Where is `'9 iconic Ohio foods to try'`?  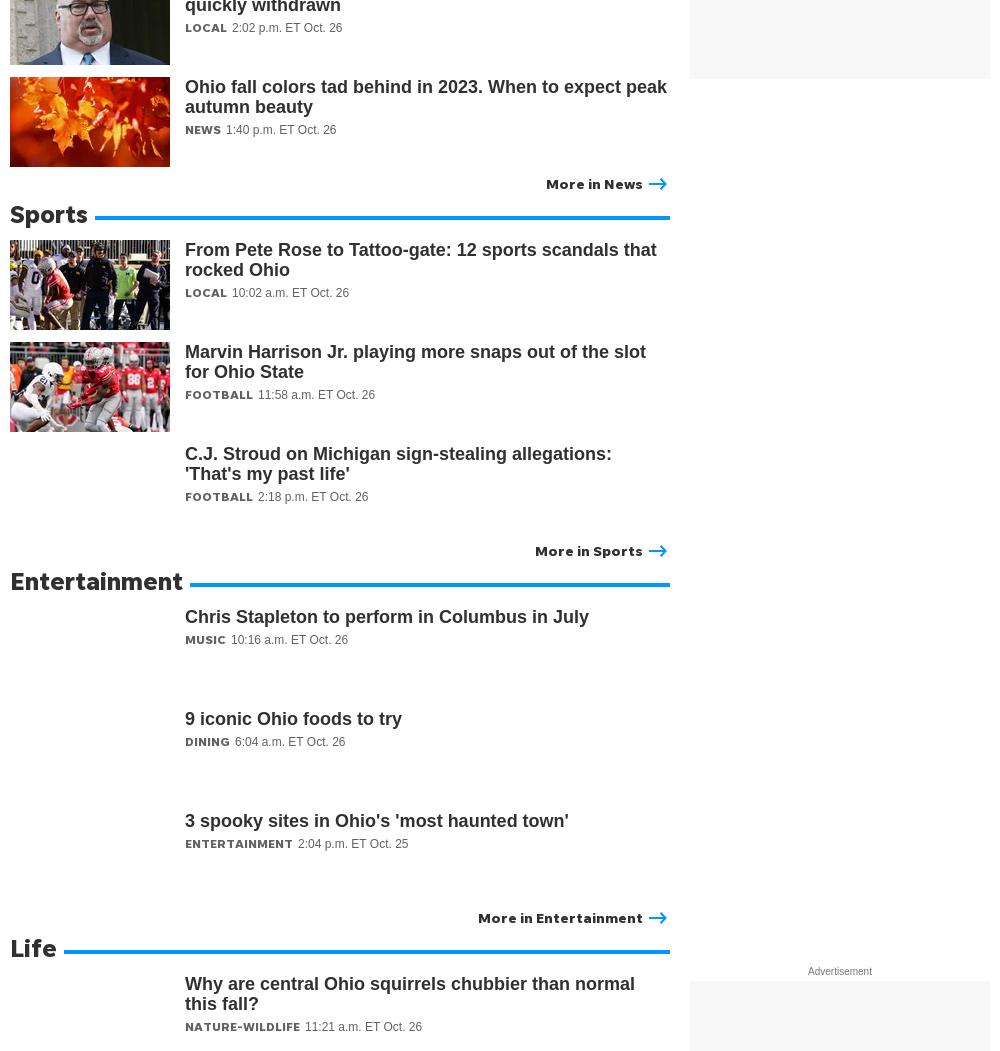
'9 iconic Ohio foods to try' is located at coordinates (296, 717).